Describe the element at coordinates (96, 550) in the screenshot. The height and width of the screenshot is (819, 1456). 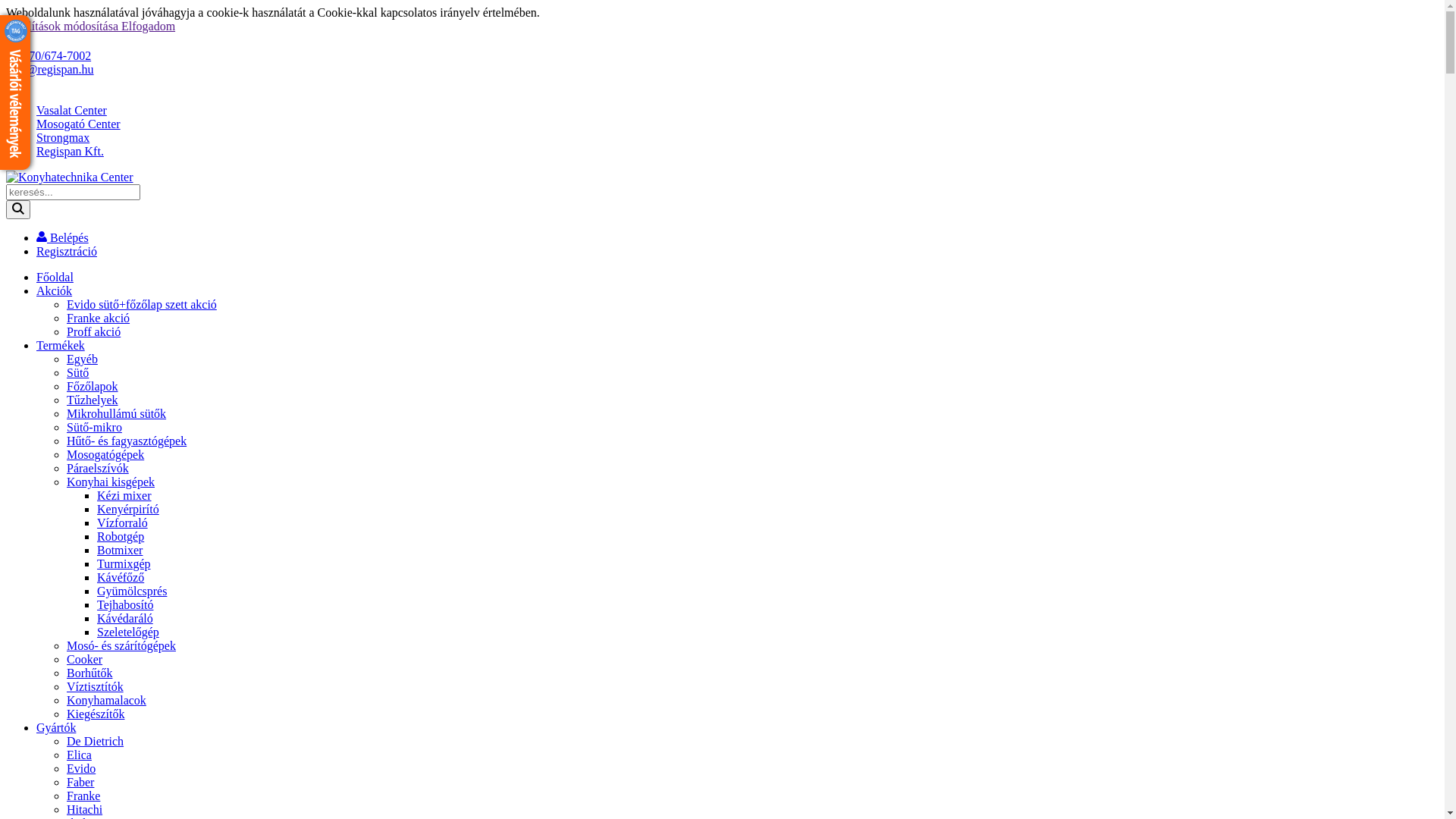
I see `'Botmixer'` at that location.